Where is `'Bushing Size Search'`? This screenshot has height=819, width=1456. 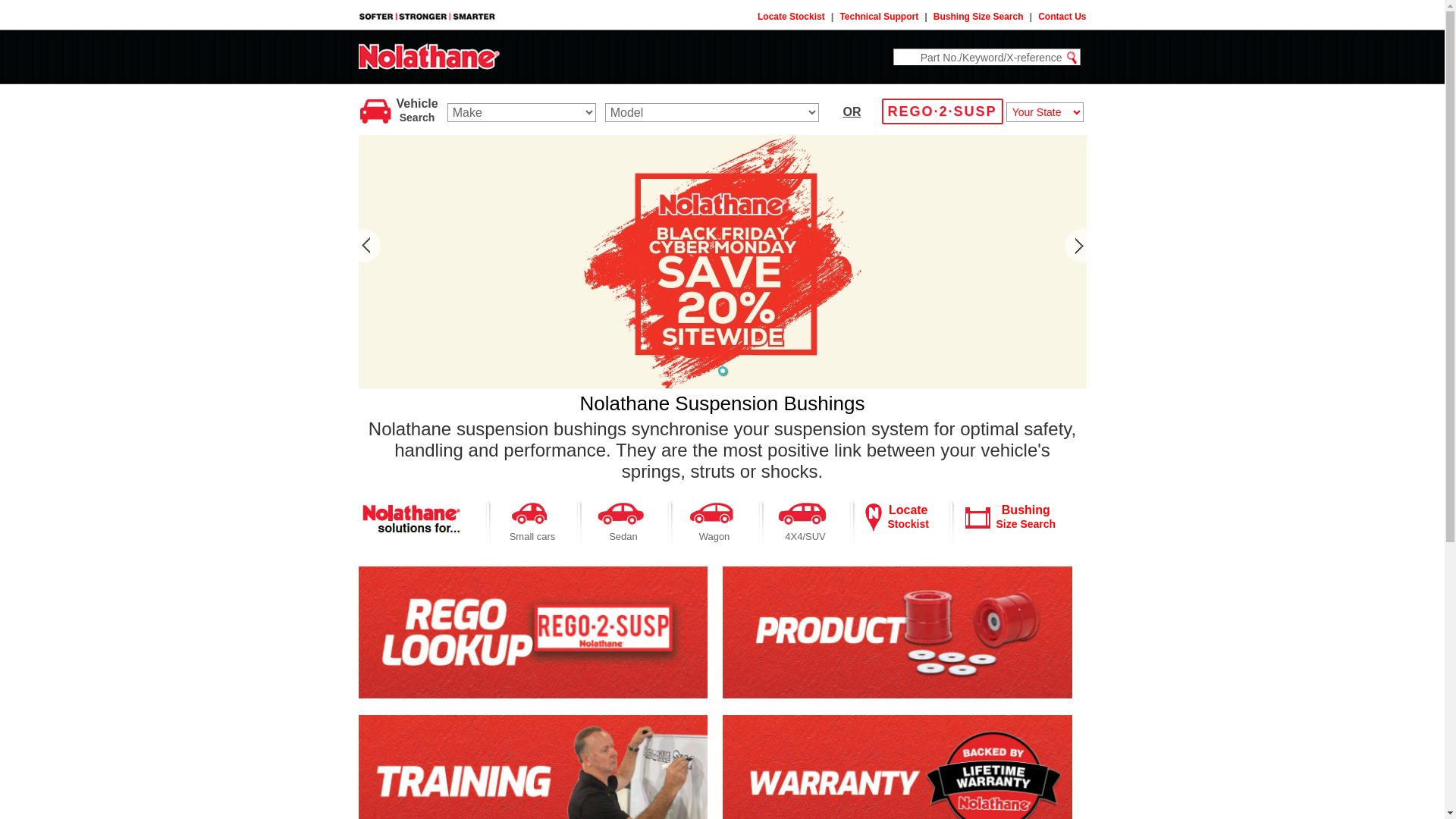
'Bushing Size Search' is located at coordinates (977, 516).